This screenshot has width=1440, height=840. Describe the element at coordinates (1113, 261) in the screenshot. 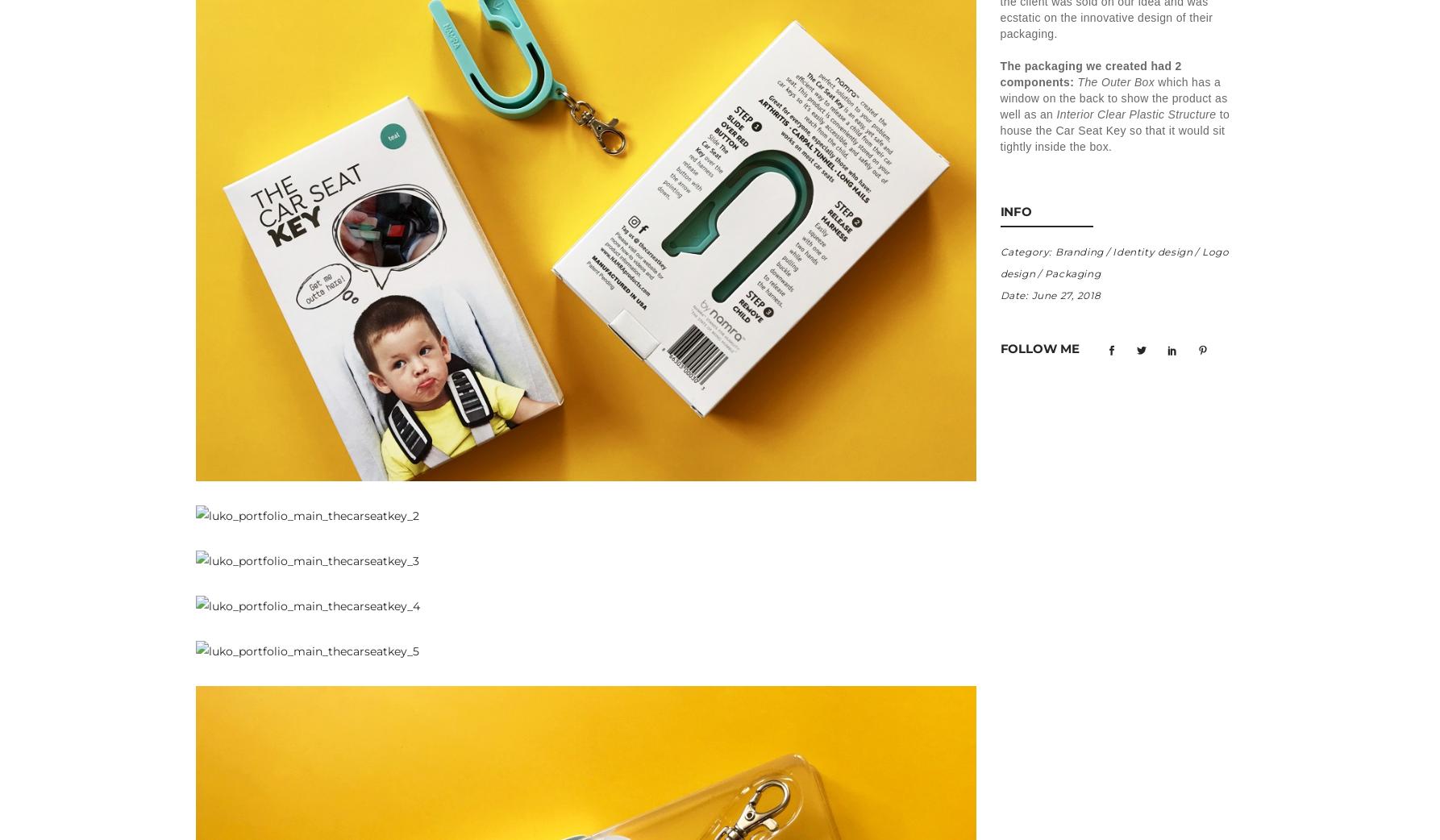

I see `'Logo design'` at that location.